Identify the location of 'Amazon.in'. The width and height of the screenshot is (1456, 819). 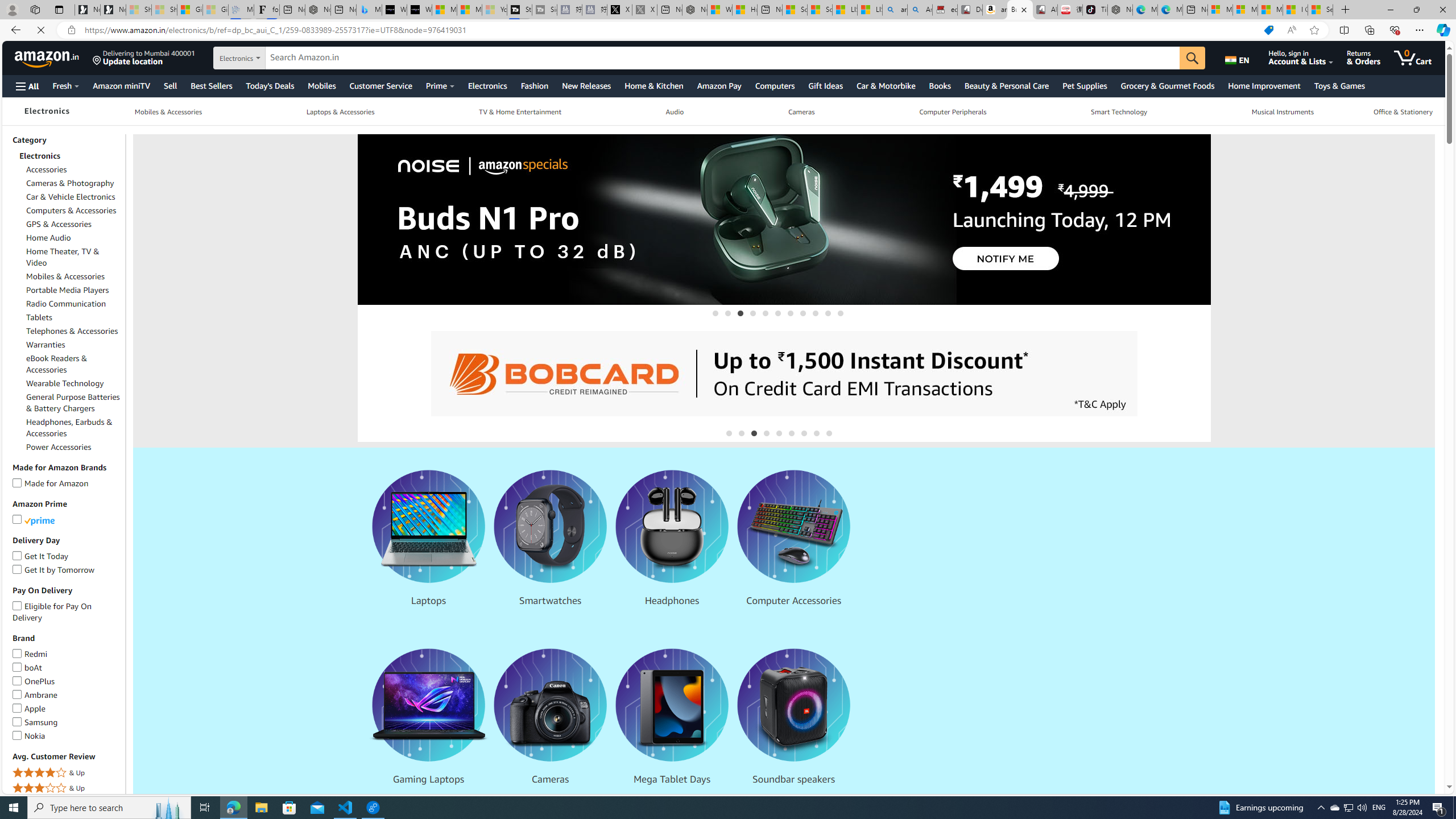
(47, 57).